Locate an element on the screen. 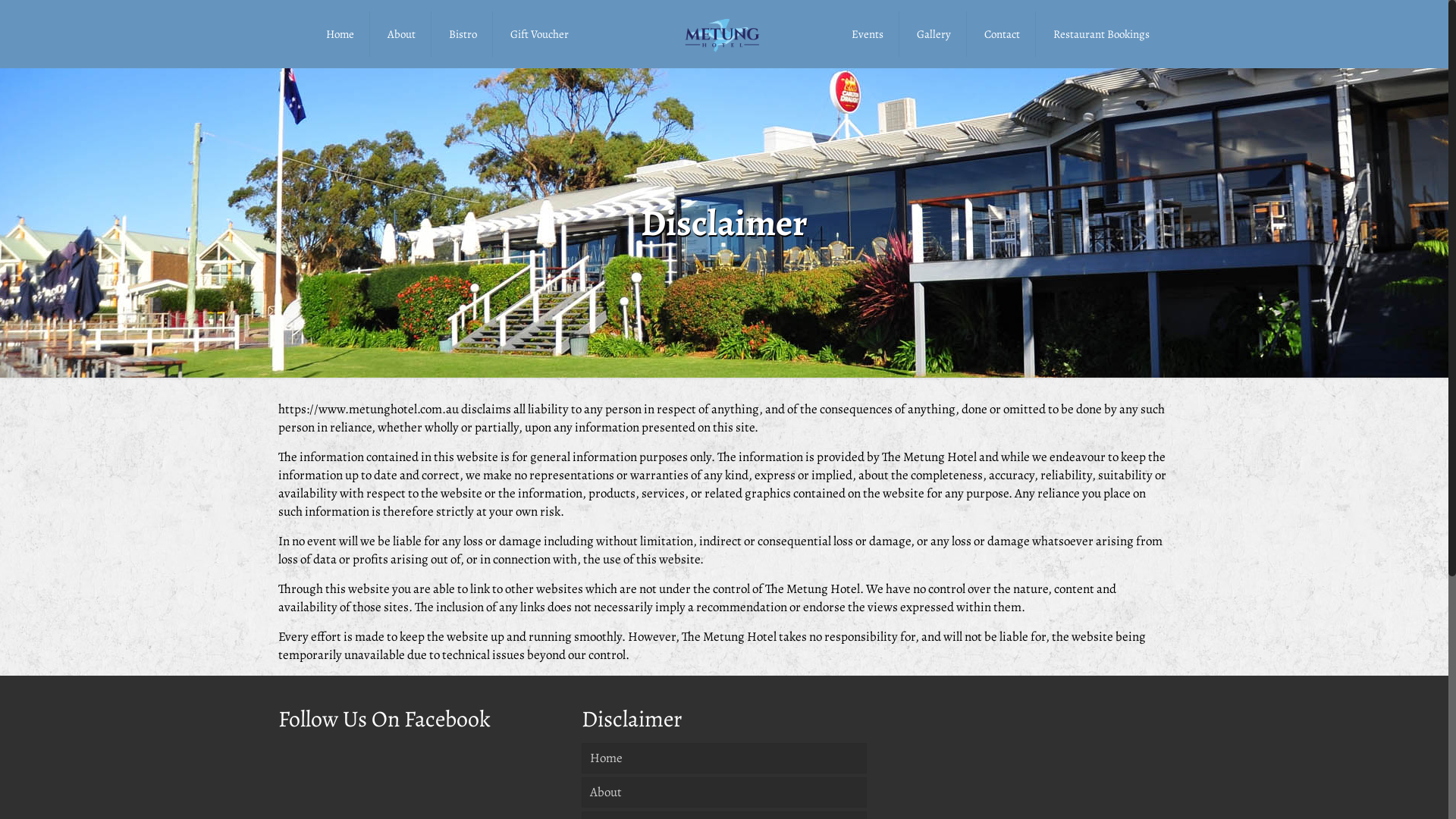  'Restaurant Bookings' is located at coordinates (1101, 34).